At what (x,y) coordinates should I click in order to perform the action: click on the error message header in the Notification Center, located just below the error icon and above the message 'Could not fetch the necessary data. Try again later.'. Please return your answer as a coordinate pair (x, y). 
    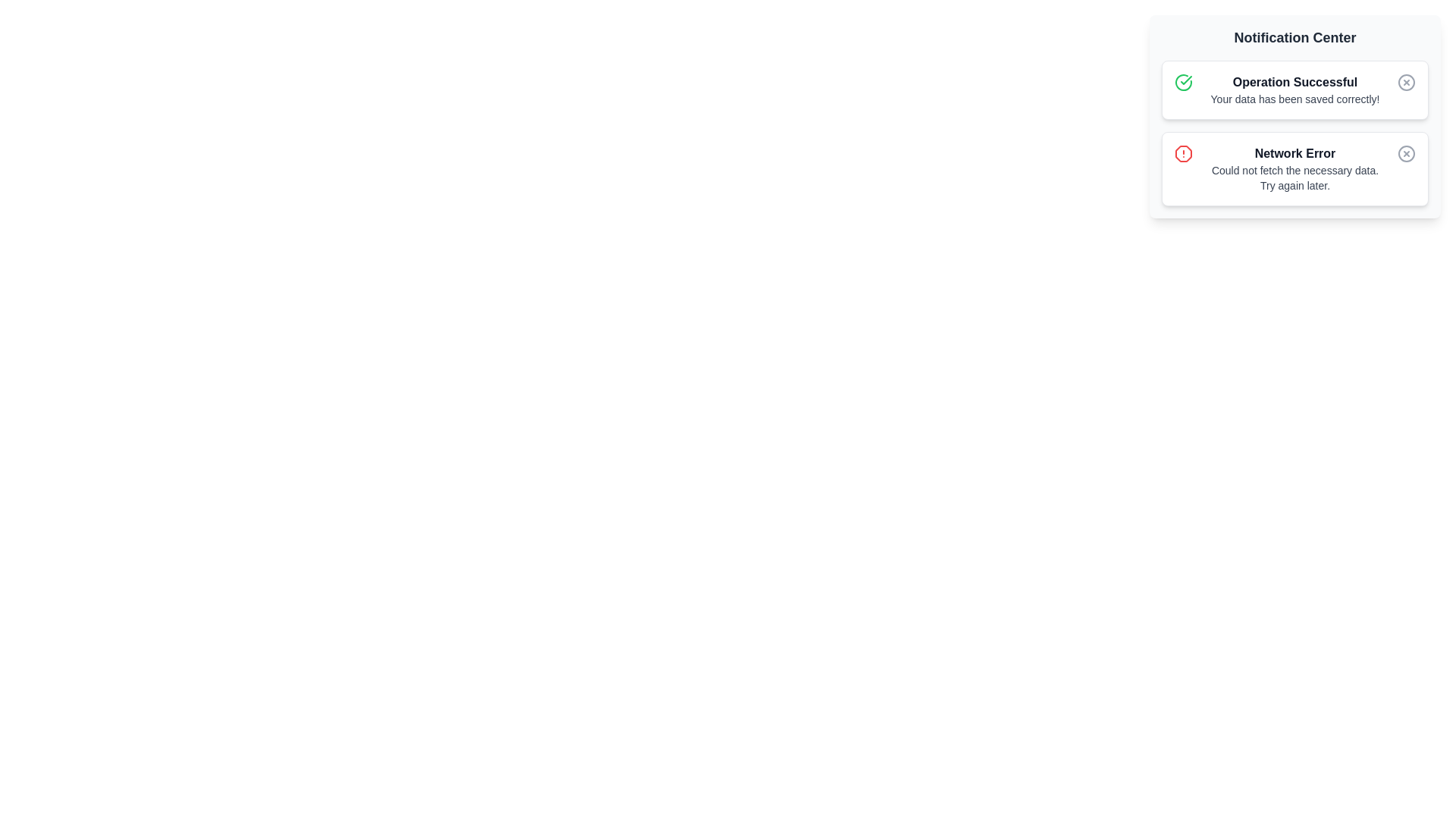
    Looking at the image, I should click on (1294, 154).